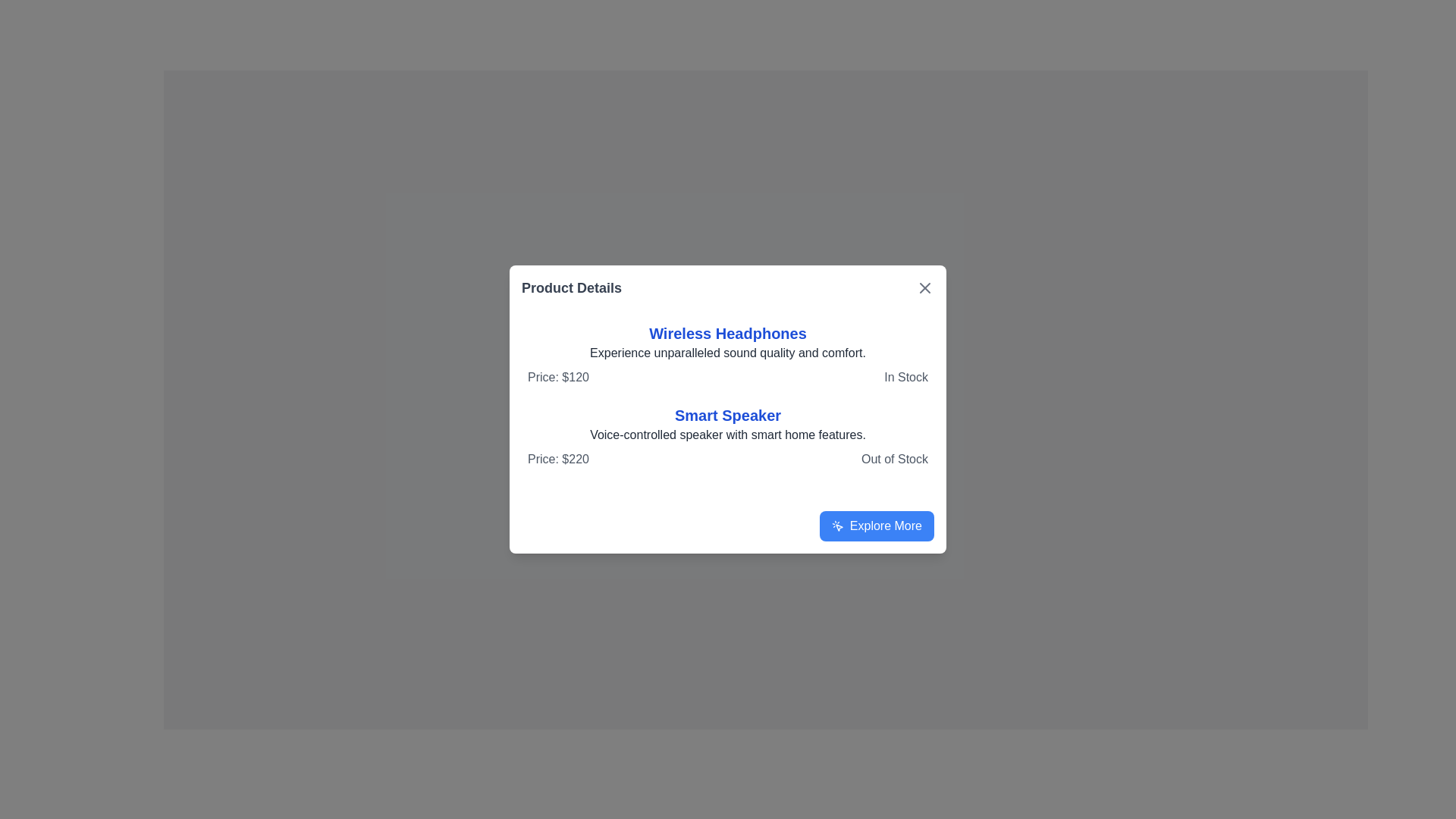 Image resolution: width=1456 pixels, height=819 pixels. Describe the element at coordinates (924, 288) in the screenshot. I see `the close button located in the header section of the modal window, which is aligned to the far right of the title 'Product Details'` at that location.